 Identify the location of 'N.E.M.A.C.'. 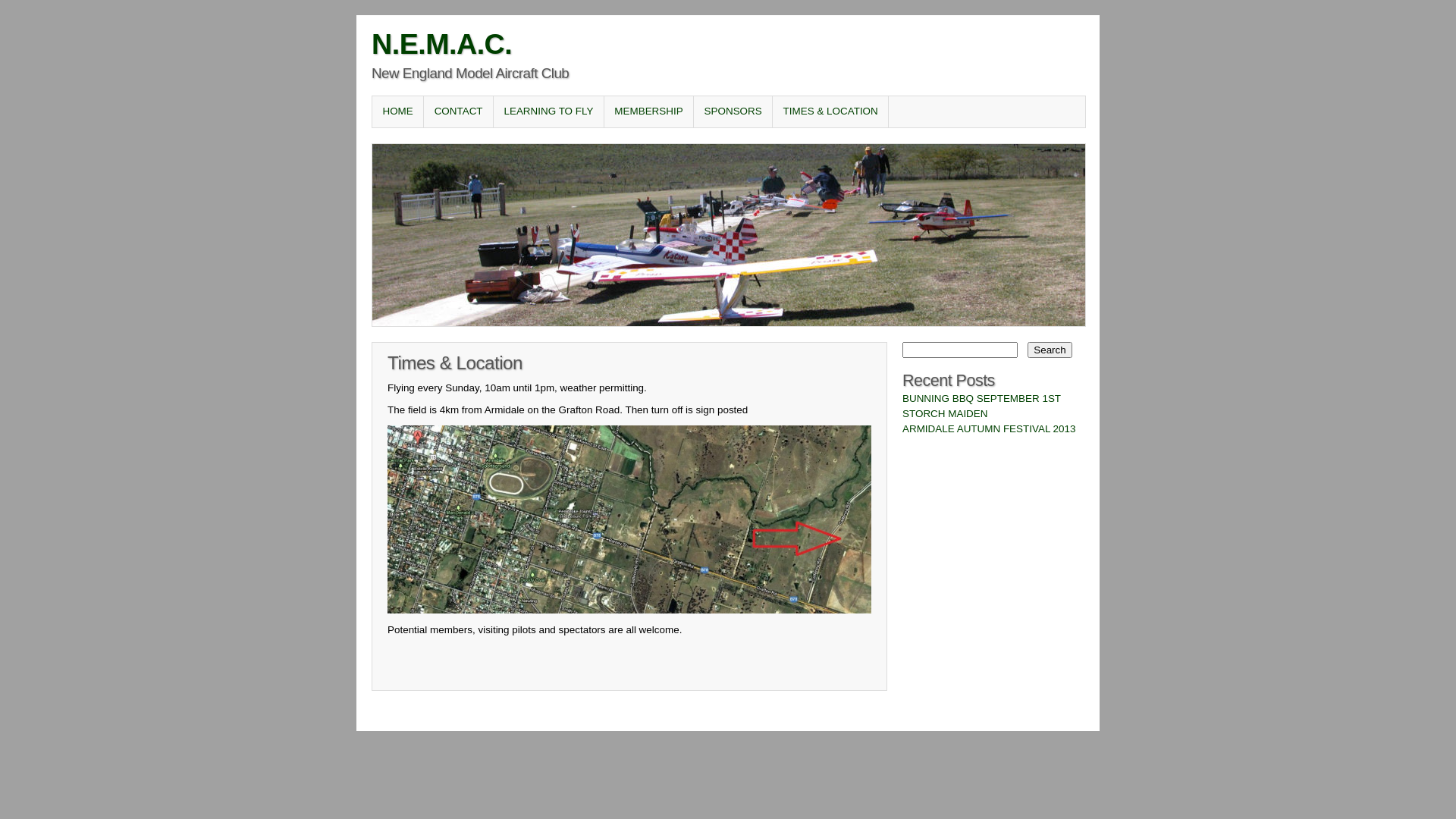
(441, 42).